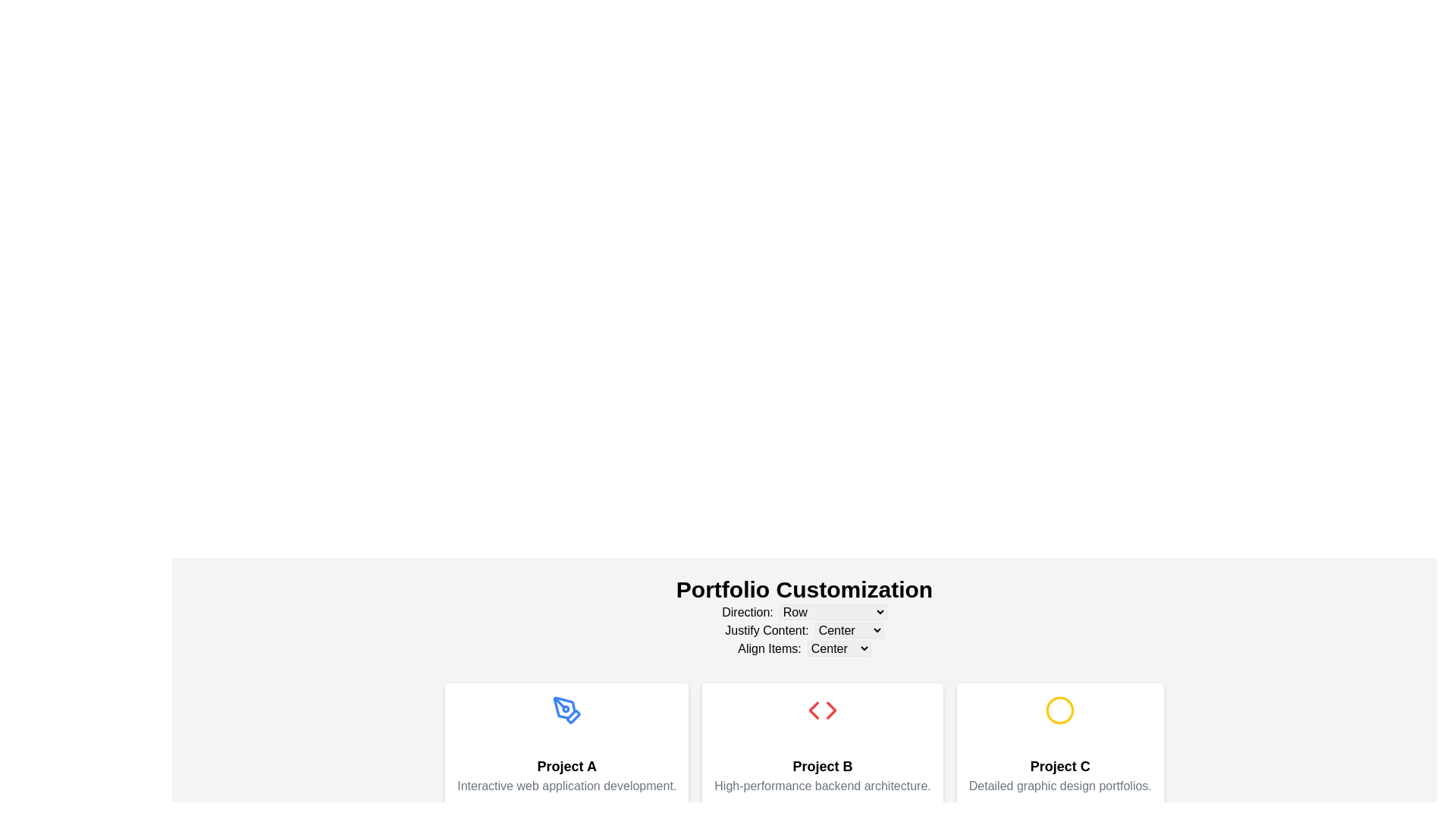 The width and height of the screenshot is (1456, 819). I want to click on the 'Justify Content' label located near the top-center of the 'Portfolio Customization' section, to the left of the dropdown menu, so click(767, 630).